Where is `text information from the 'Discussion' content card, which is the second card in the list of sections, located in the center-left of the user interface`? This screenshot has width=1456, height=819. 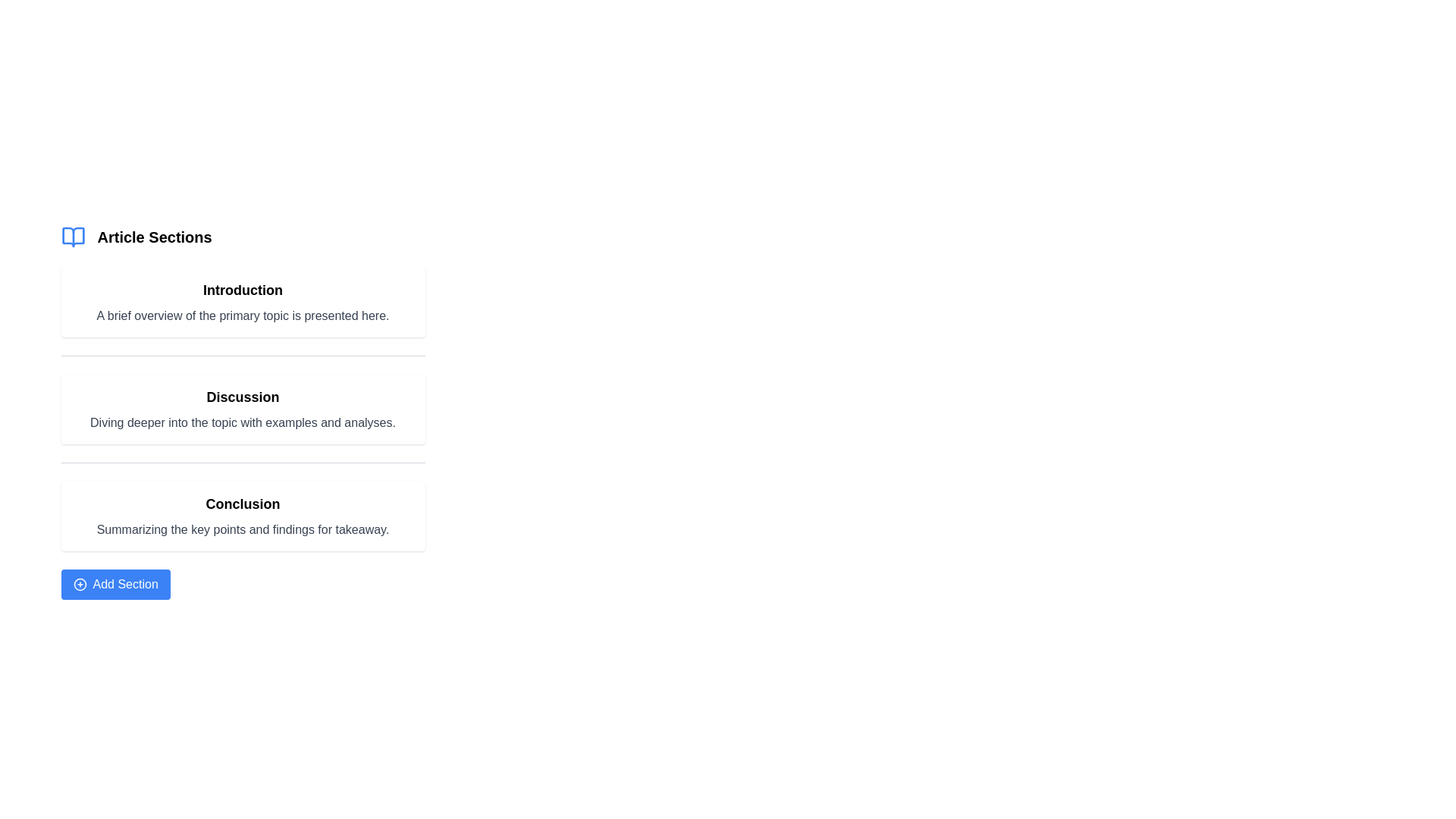
text information from the 'Discussion' content card, which is the second card in the list of sections, located in the center-left of the user interface is located at coordinates (243, 412).